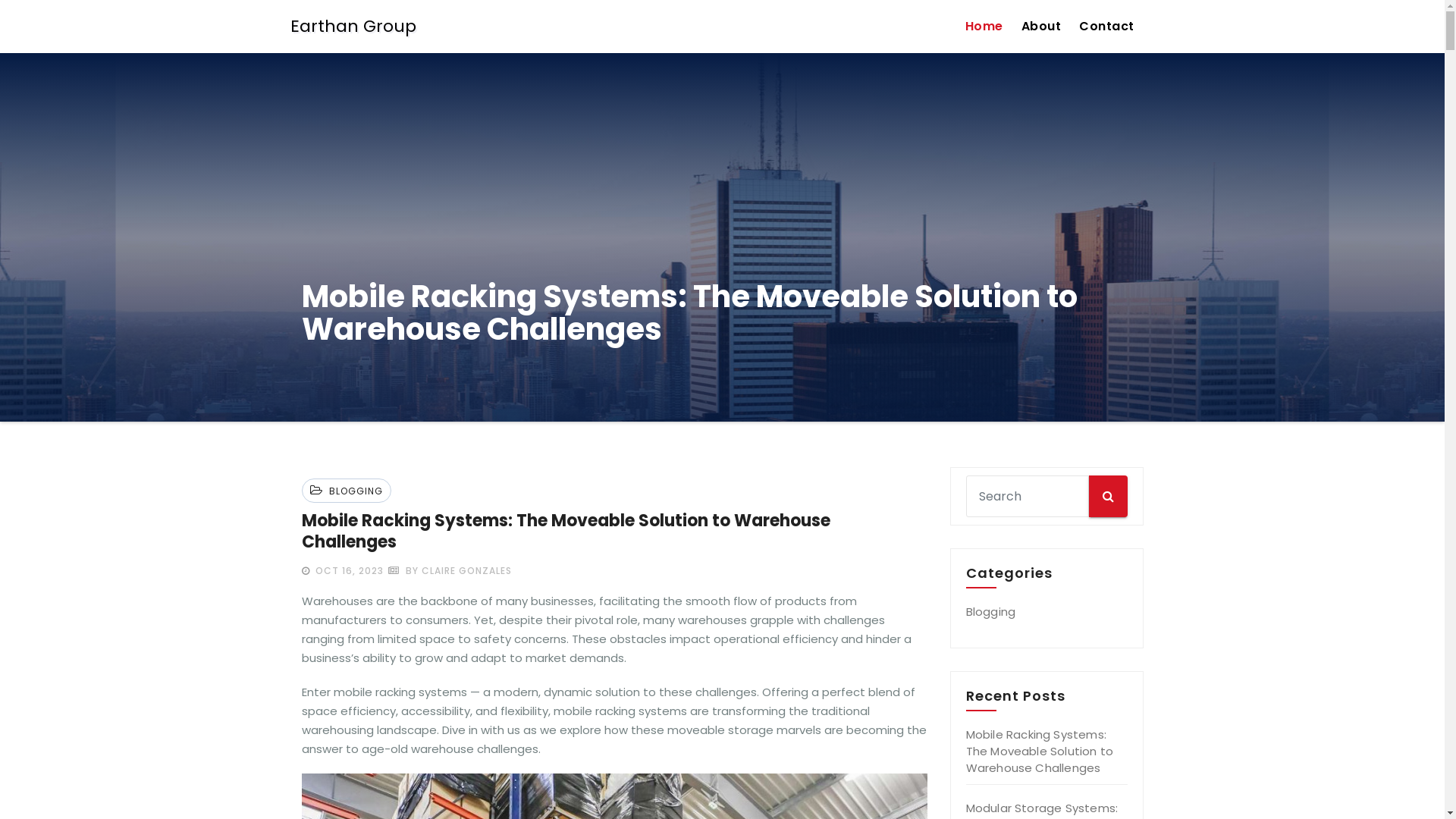 Image resolution: width=1456 pixels, height=819 pixels. I want to click on 'BY CLAIRE GONZALES', so click(449, 570).